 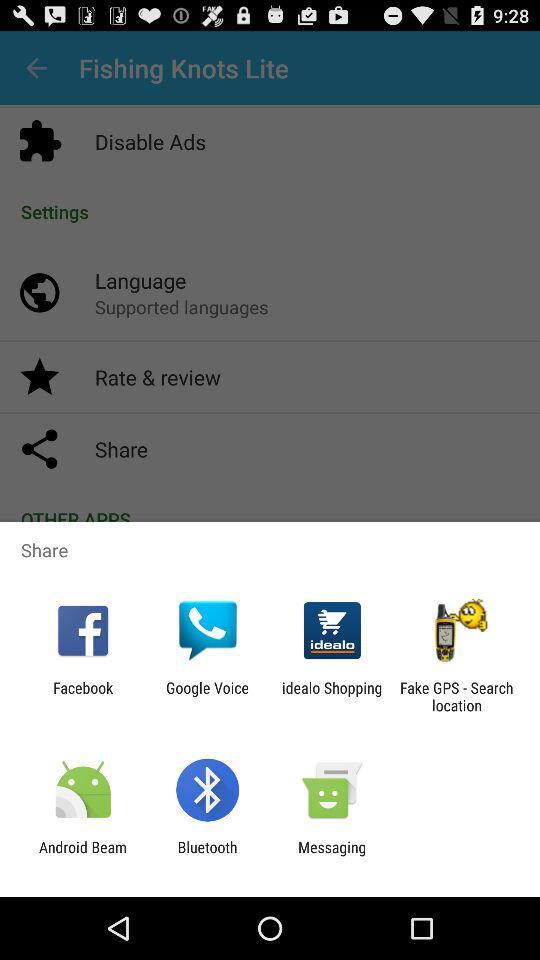 I want to click on the icon to the left of bluetooth app, so click(x=82, y=855).